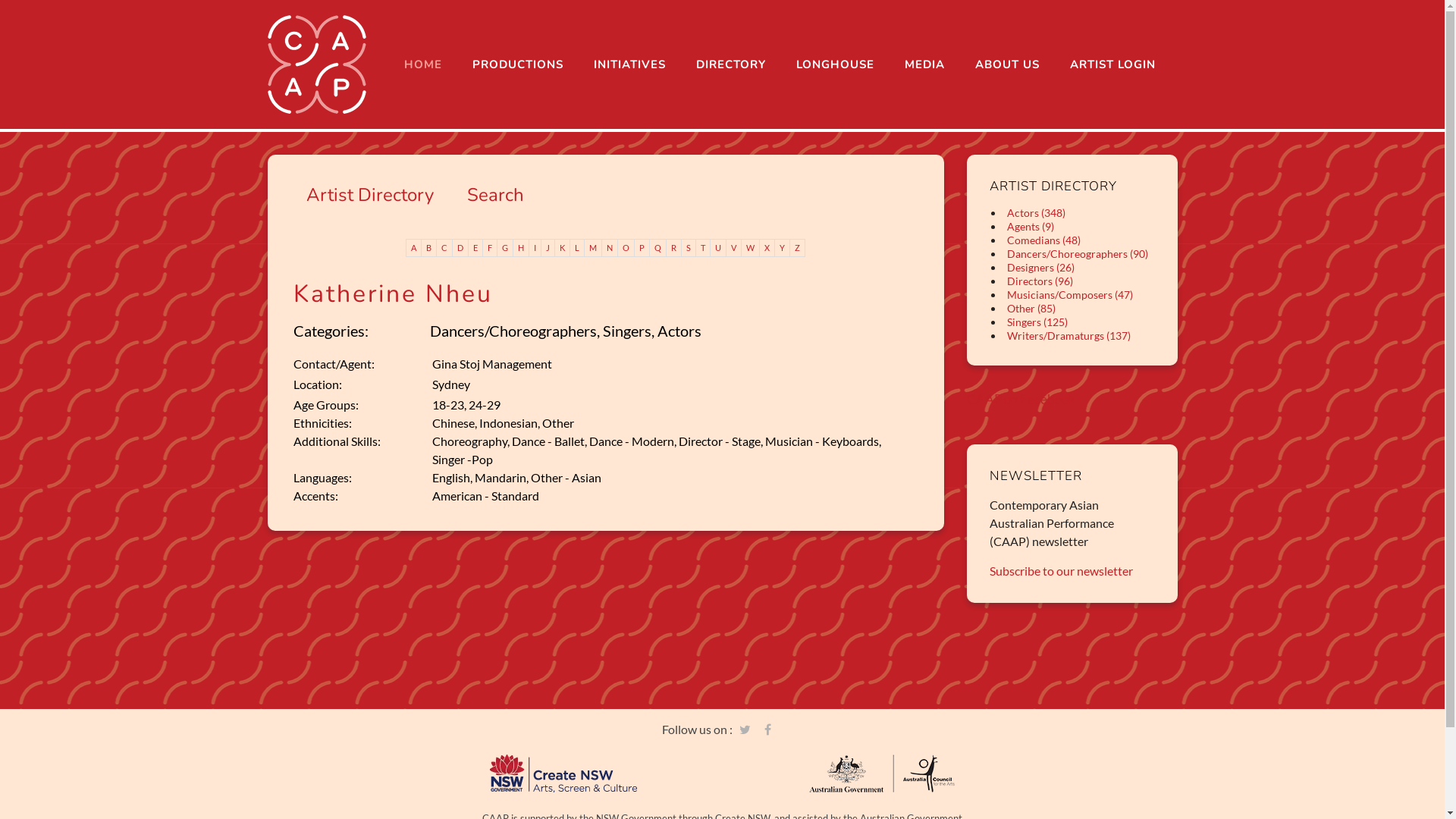 This screenshot has height=819, width=1456. Describe the element at coordinates (734, 247) in the screenshot. I see `'V'` at that location.